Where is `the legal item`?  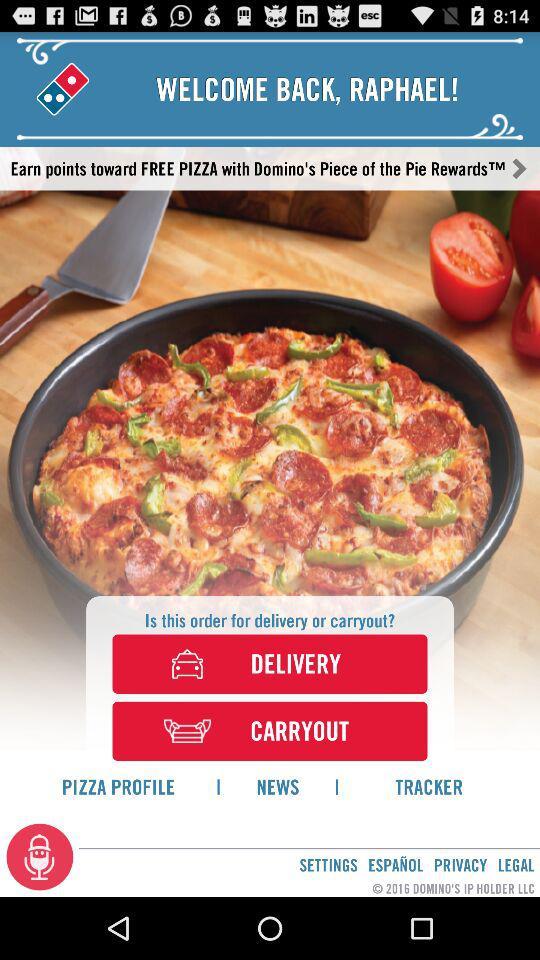
the legal item is located at coordinates (516, 864).